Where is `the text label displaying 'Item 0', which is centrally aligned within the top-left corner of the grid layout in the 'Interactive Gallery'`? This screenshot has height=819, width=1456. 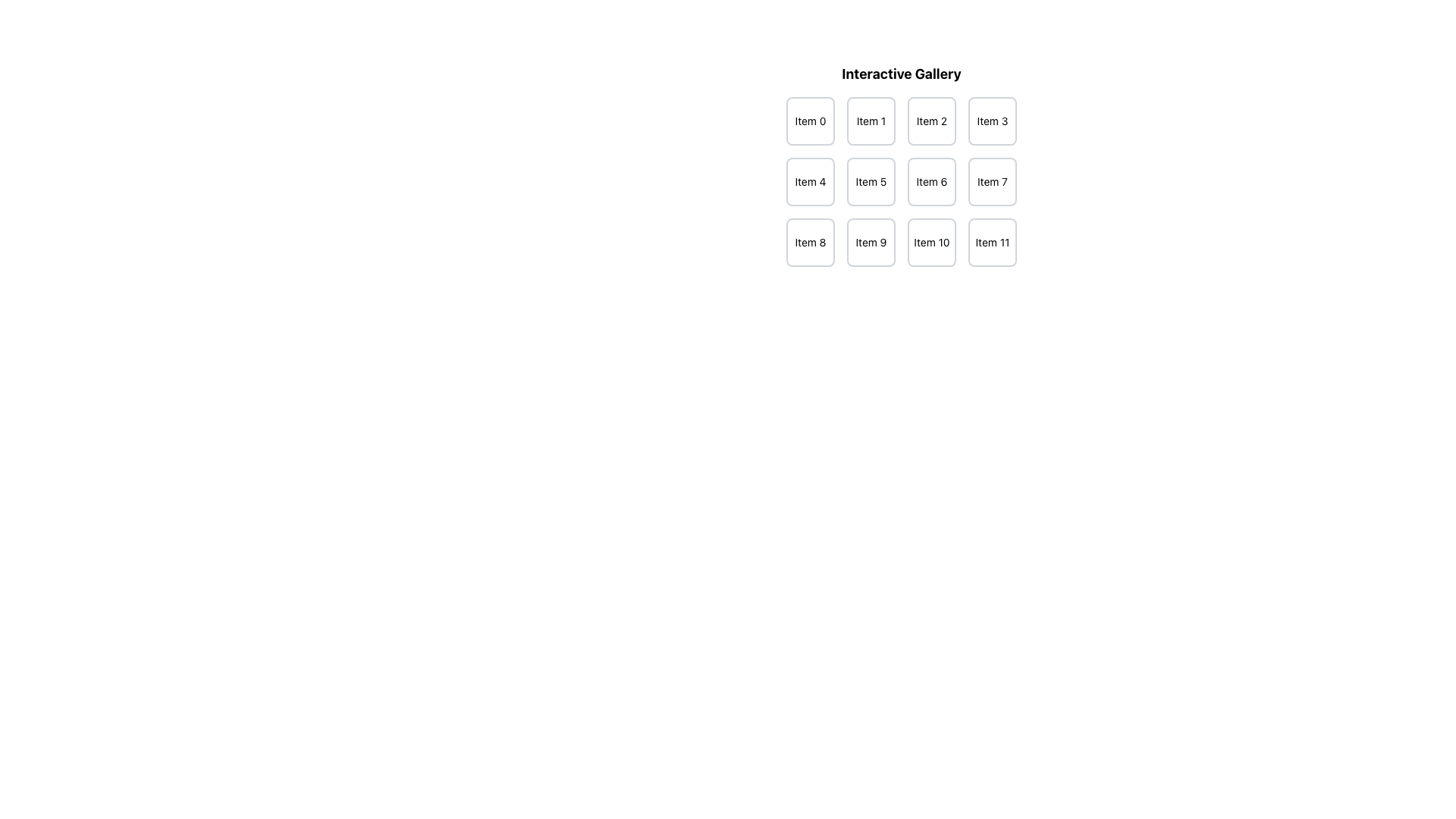
the text label displaying 'Item 0', which is centrally aligned within the top-left corner of the grid layout in the 'Interactive Gallery' is located at coordinates (810, 120).